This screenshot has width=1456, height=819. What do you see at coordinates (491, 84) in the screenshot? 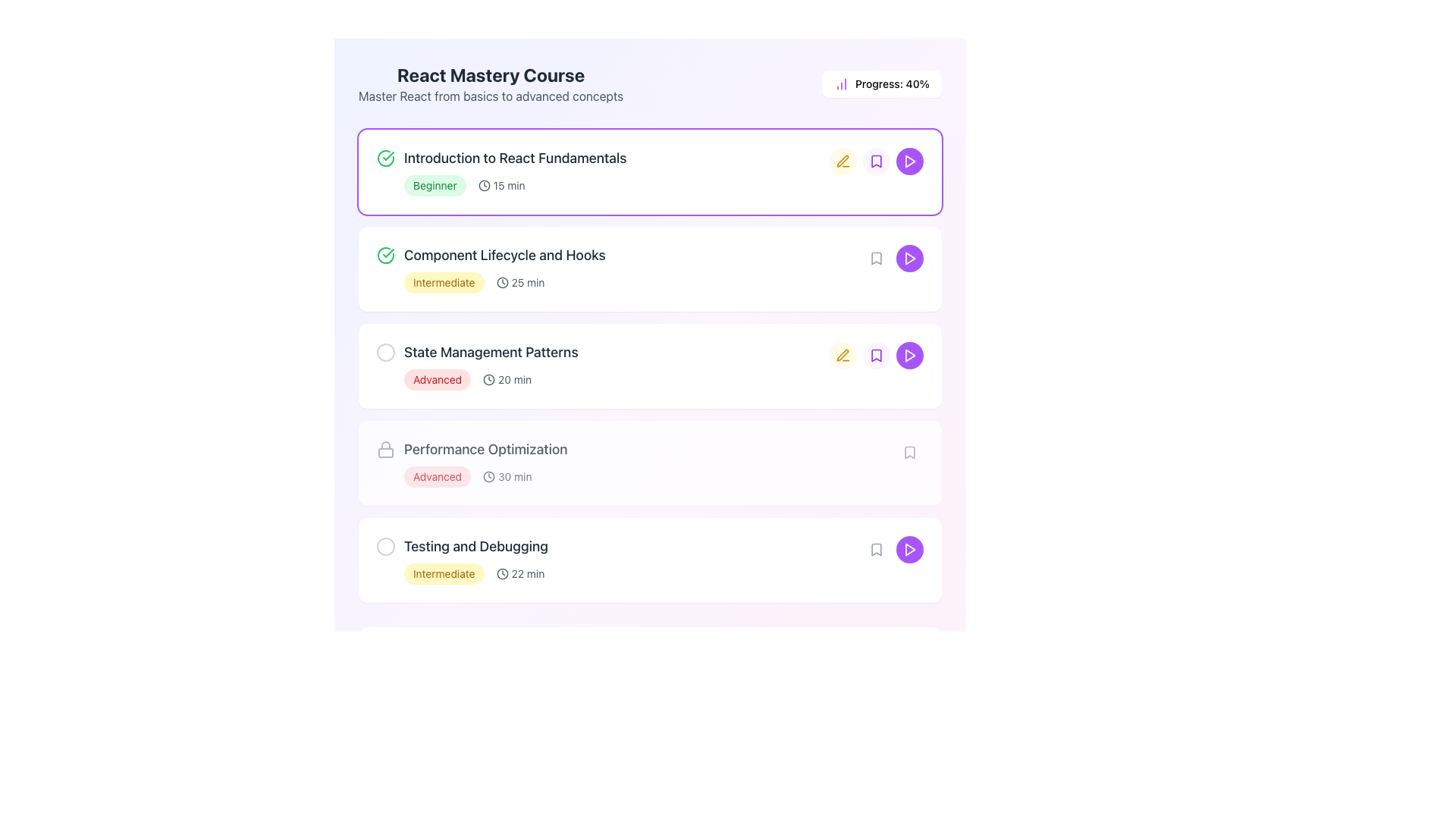
I see `the Text Block displaying 'React Mastery Course' with the bold title and supporting description, located at the top of the interface` at bounding box center [491, 84].